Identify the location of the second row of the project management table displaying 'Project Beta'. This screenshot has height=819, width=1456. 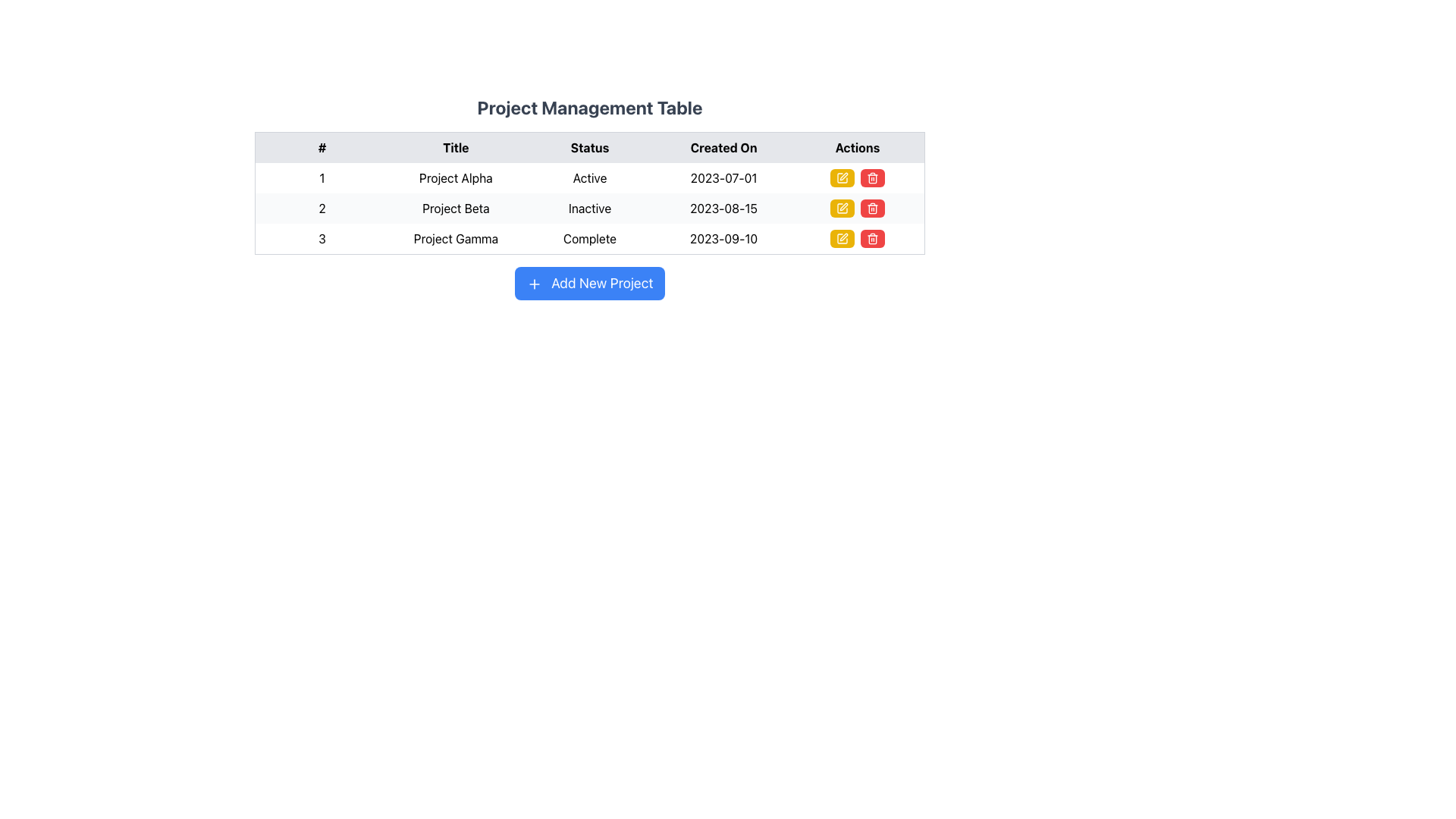
(588, 208).